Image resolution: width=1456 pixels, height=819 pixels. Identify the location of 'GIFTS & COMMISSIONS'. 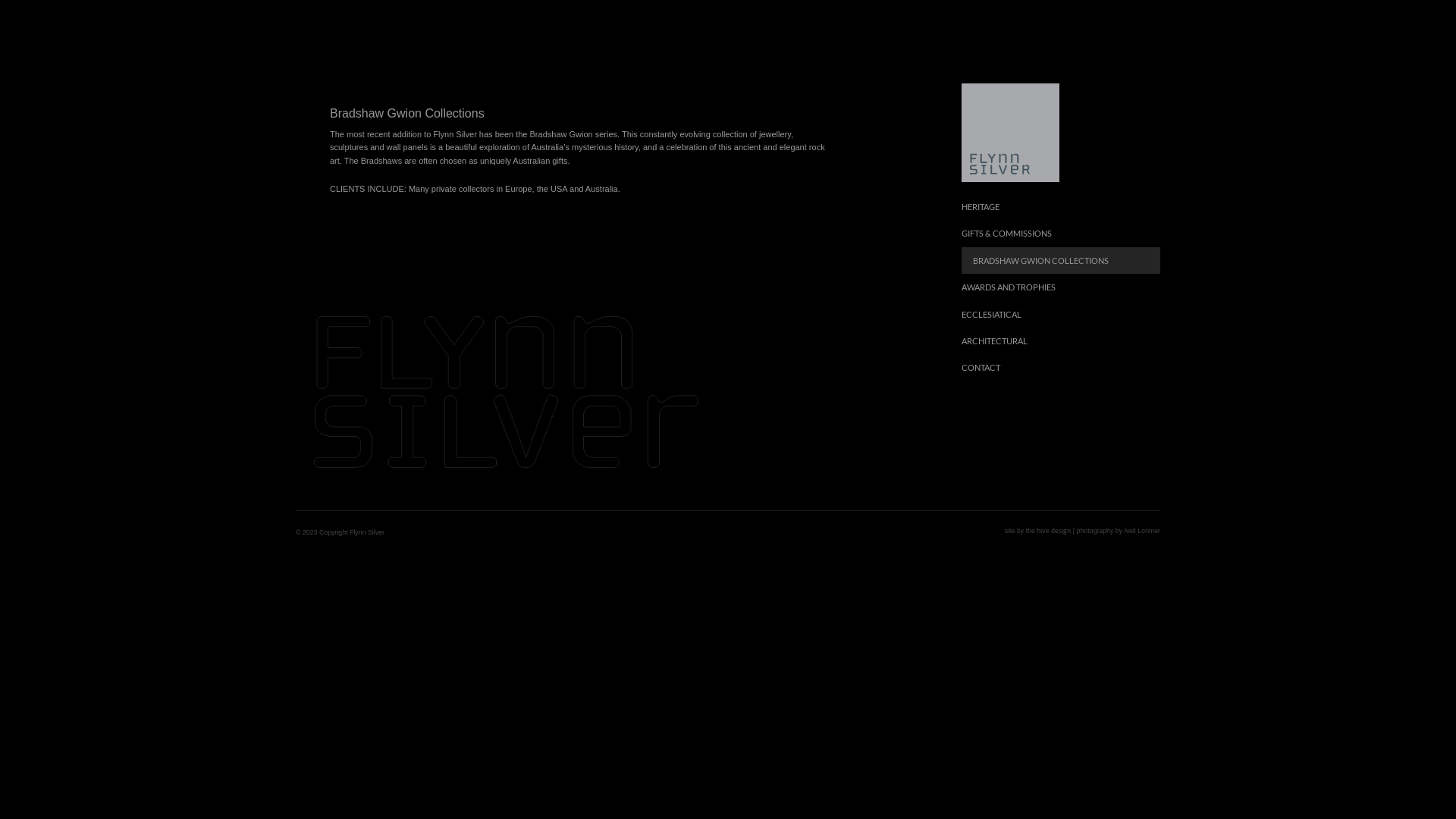
(1060, 233).